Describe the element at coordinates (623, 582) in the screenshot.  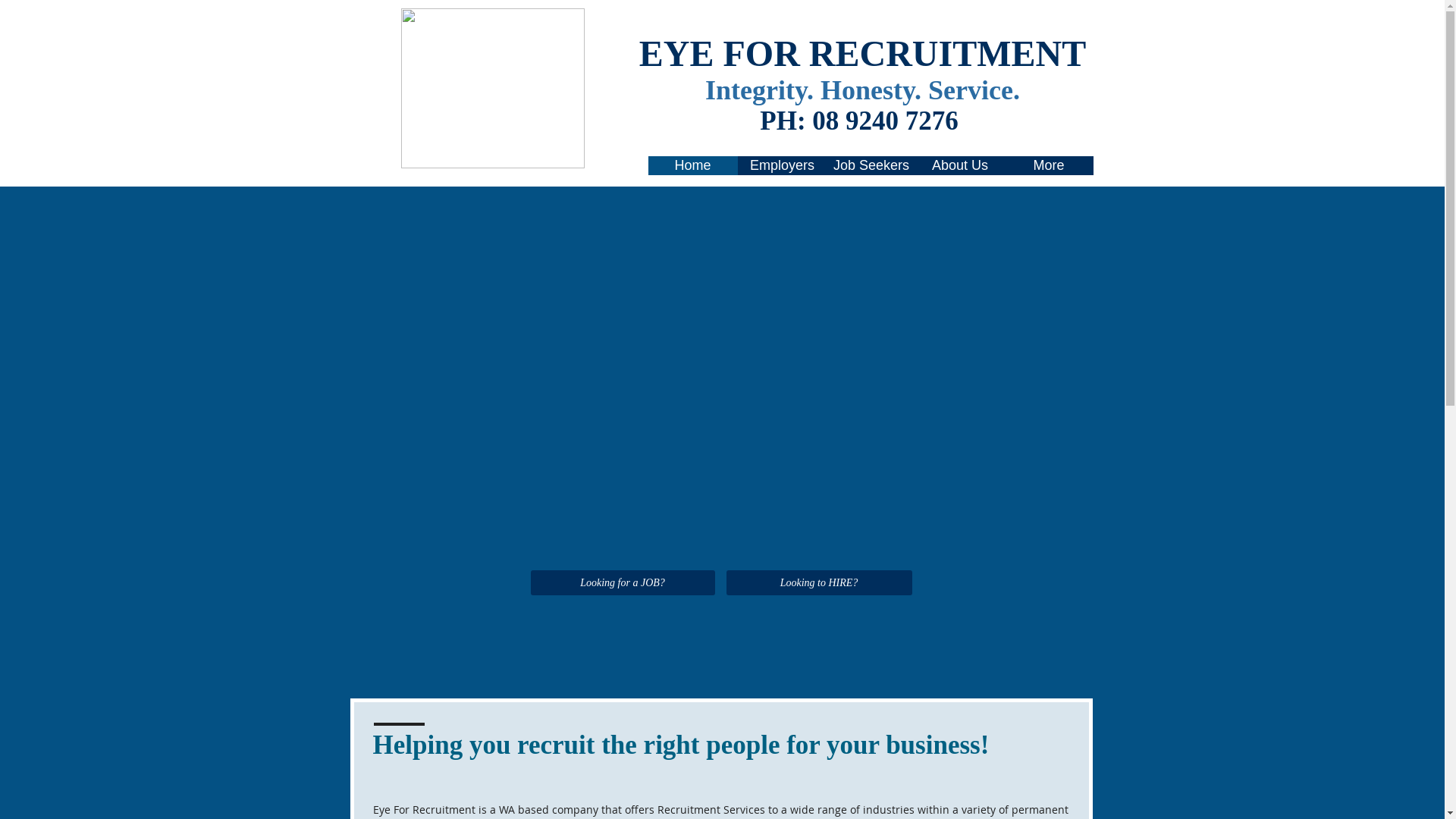
I see `'Looking for a JOB?'` at that location.